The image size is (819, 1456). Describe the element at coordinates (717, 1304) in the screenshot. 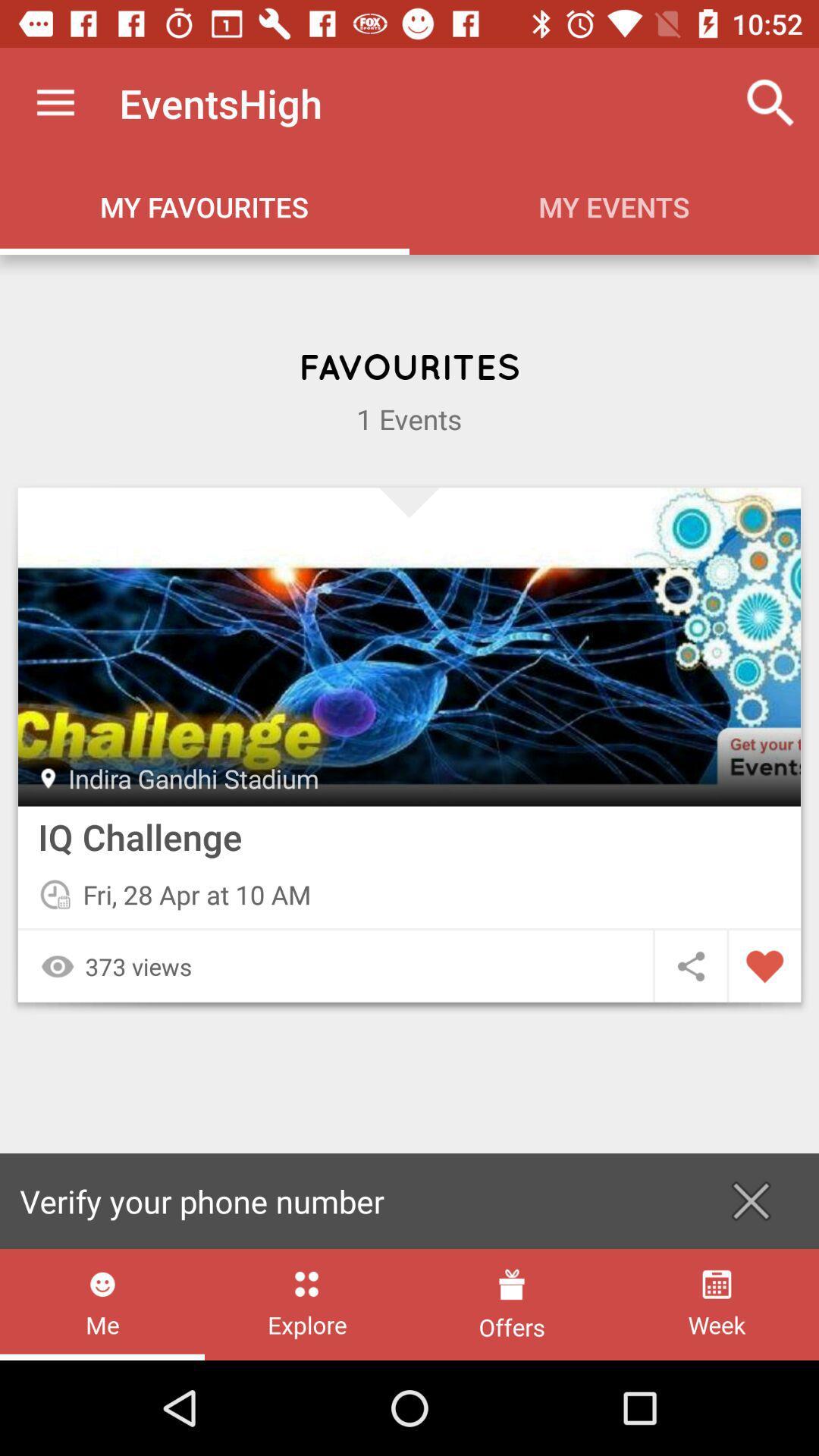

I see `the item to the right of the offers icon` at that location.